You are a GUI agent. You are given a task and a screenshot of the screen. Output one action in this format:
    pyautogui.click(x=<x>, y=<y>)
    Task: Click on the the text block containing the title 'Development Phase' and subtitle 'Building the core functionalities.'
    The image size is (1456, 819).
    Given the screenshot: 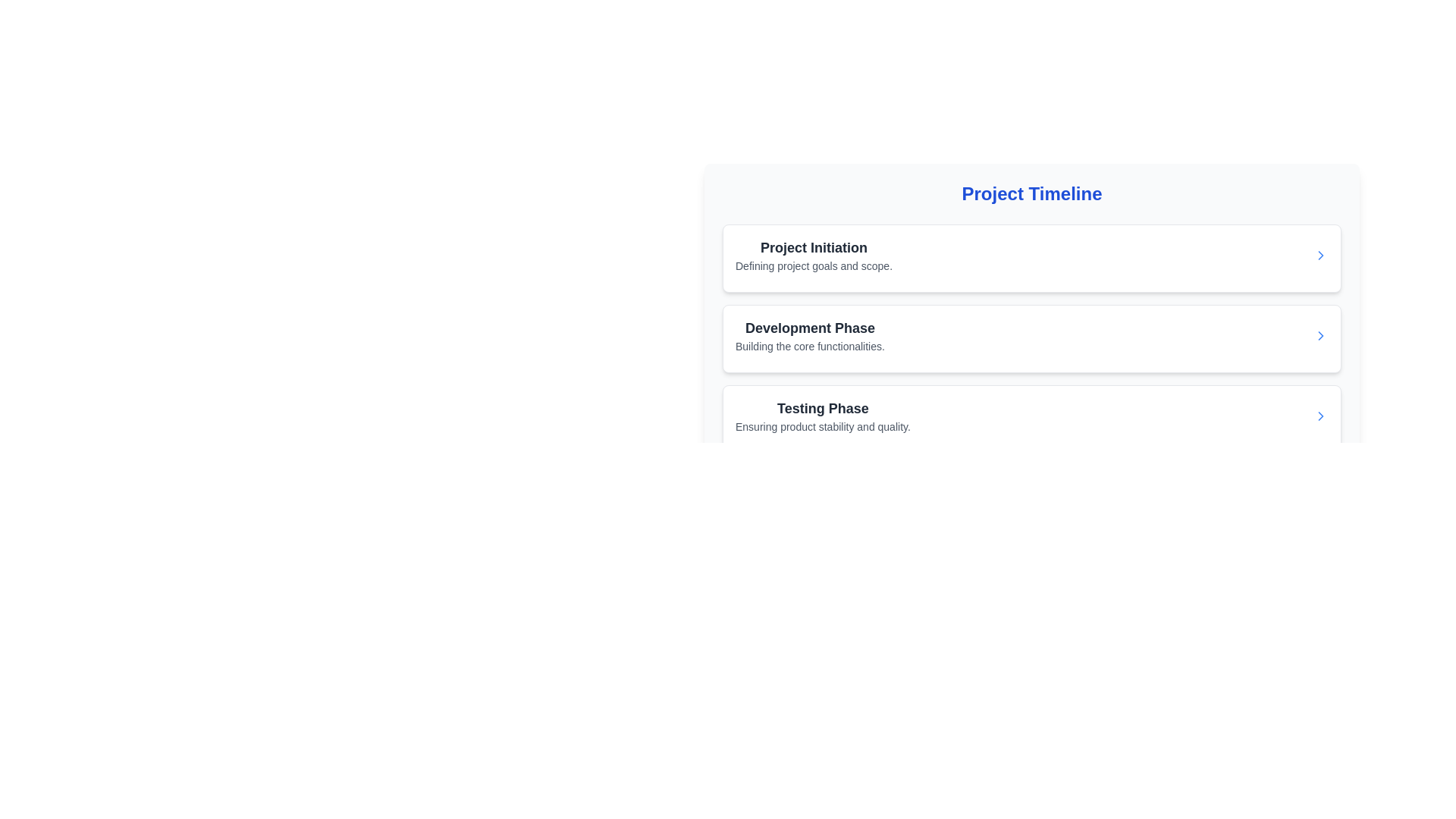 What is the action you would take?
    pyautogui.click(x=809, y=335)
    